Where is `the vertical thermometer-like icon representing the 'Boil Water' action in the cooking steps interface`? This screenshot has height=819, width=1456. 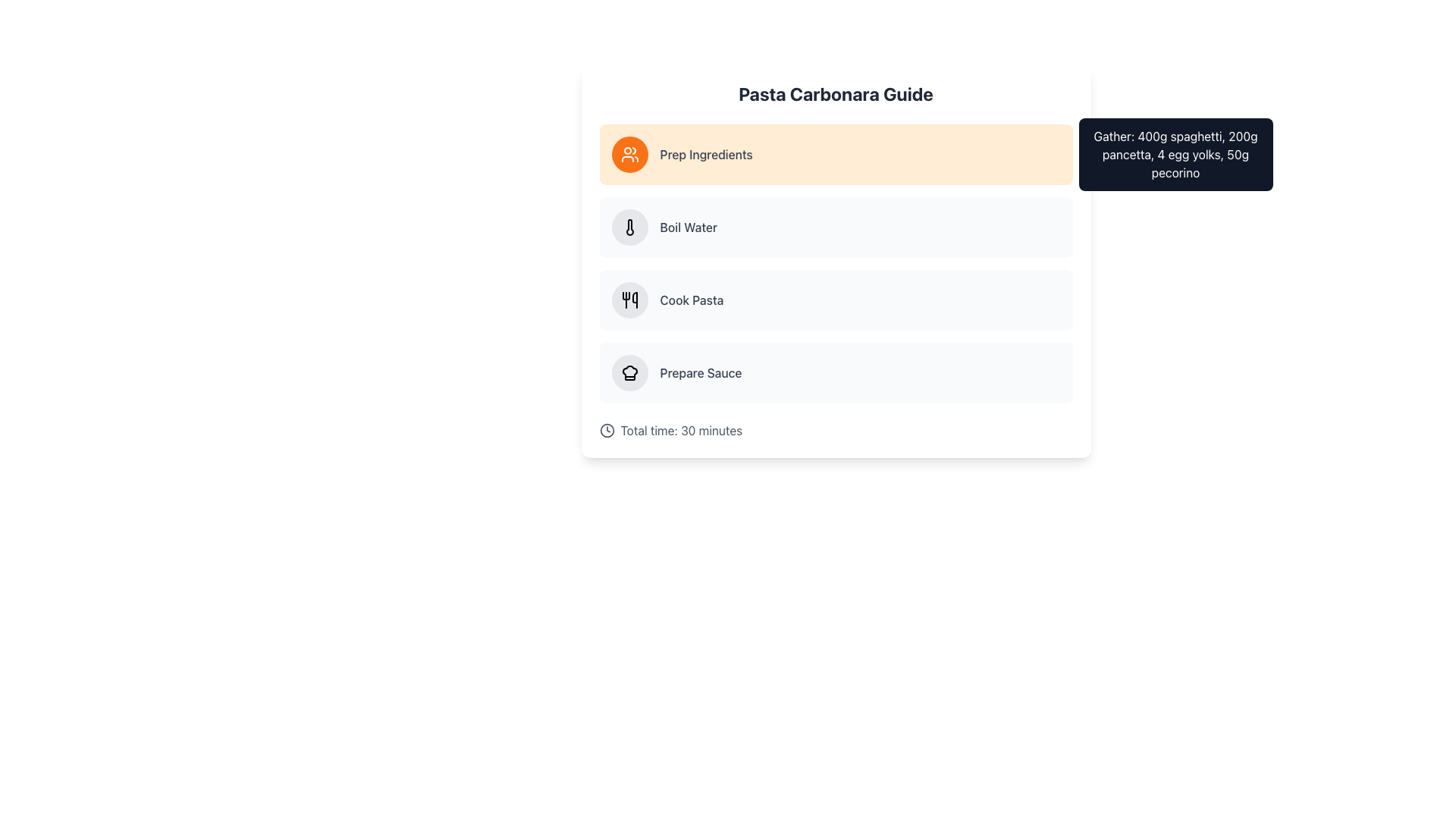 the vertical thermometer-like icon representing the 'Boil Water' action in the cooking steps interface is located at coordinates (629, 227).